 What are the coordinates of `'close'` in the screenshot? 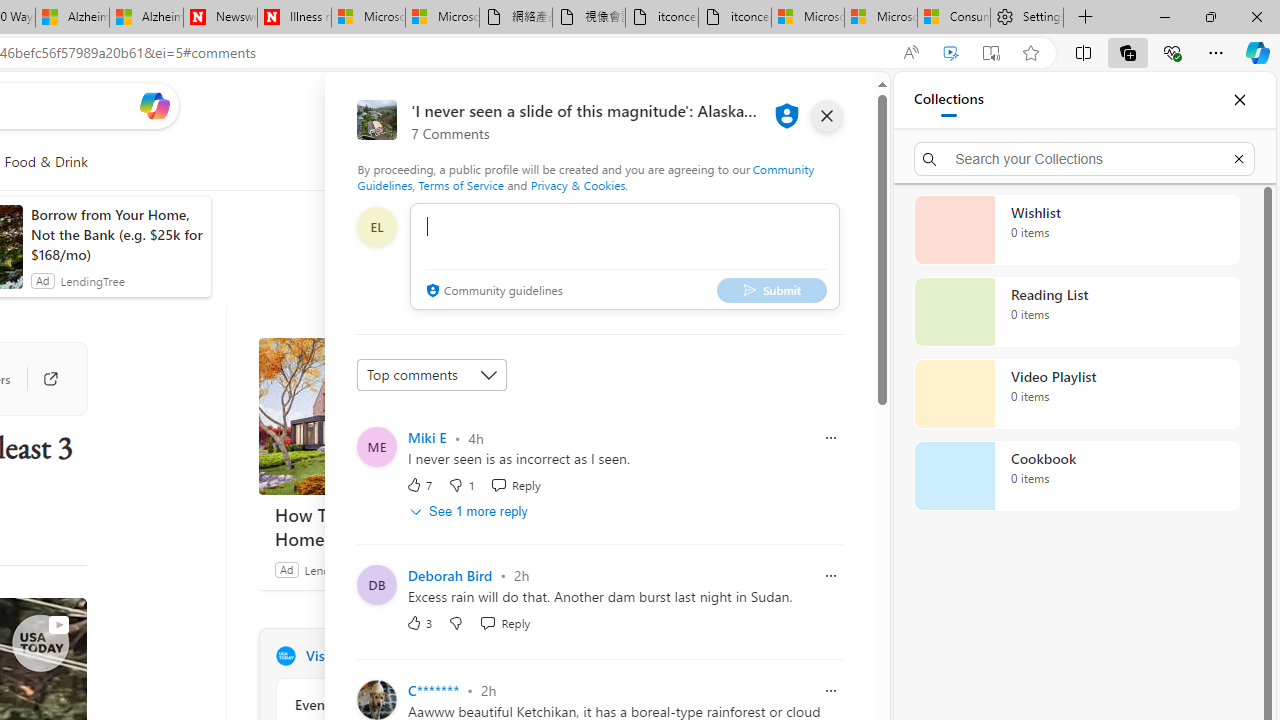 It's located at (827, 115).